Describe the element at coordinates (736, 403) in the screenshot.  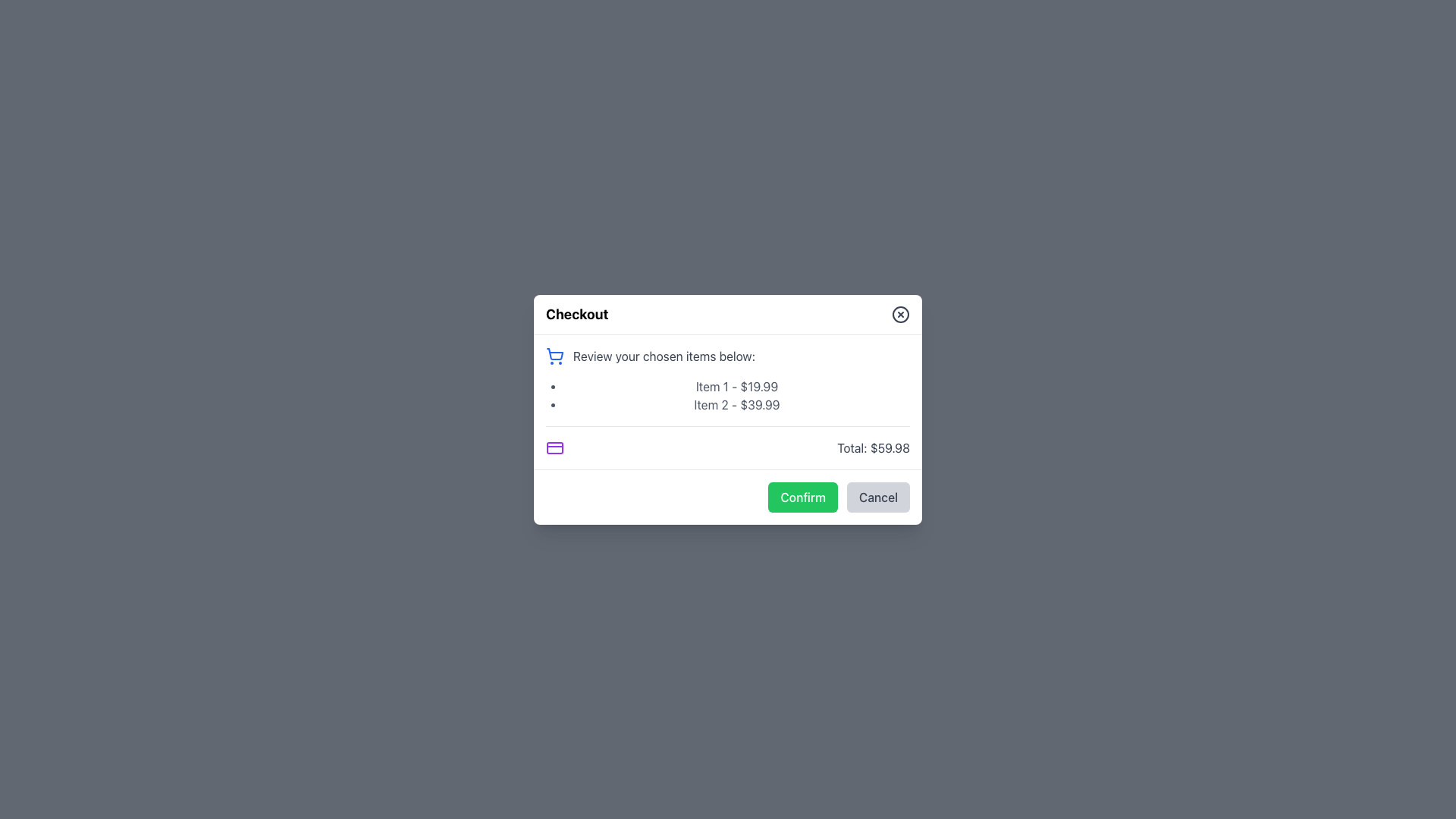
I see `the static text element displaying 'Item 2 - $39.99' in the modal dialog labeled 'Checkout', which is part of the review section of chosen items` at that location.